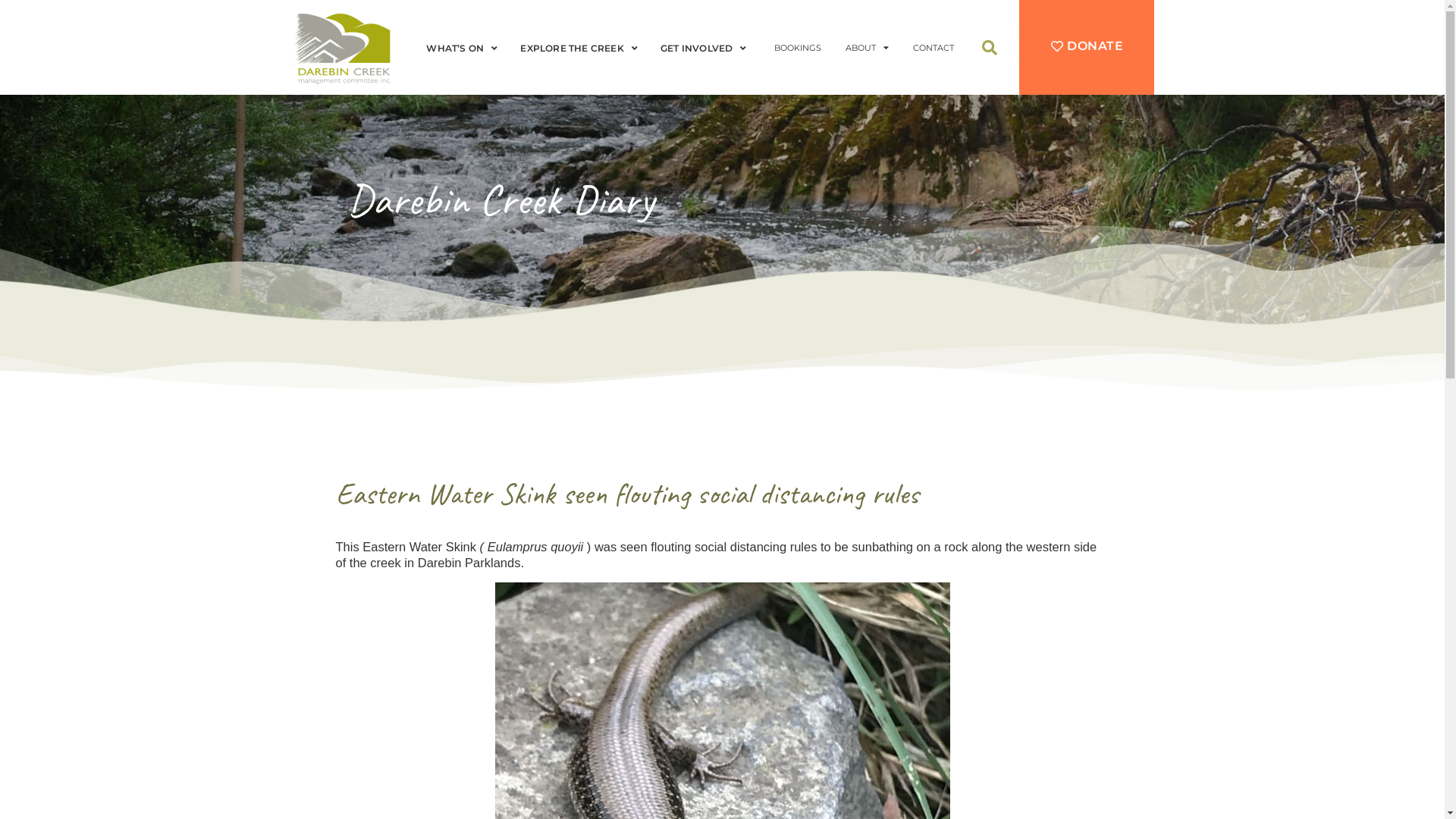  What do you see at coordinates (706, 48) in the screenshot?
I see `'GET INVOLVED'` at bounding box center [706, 48].